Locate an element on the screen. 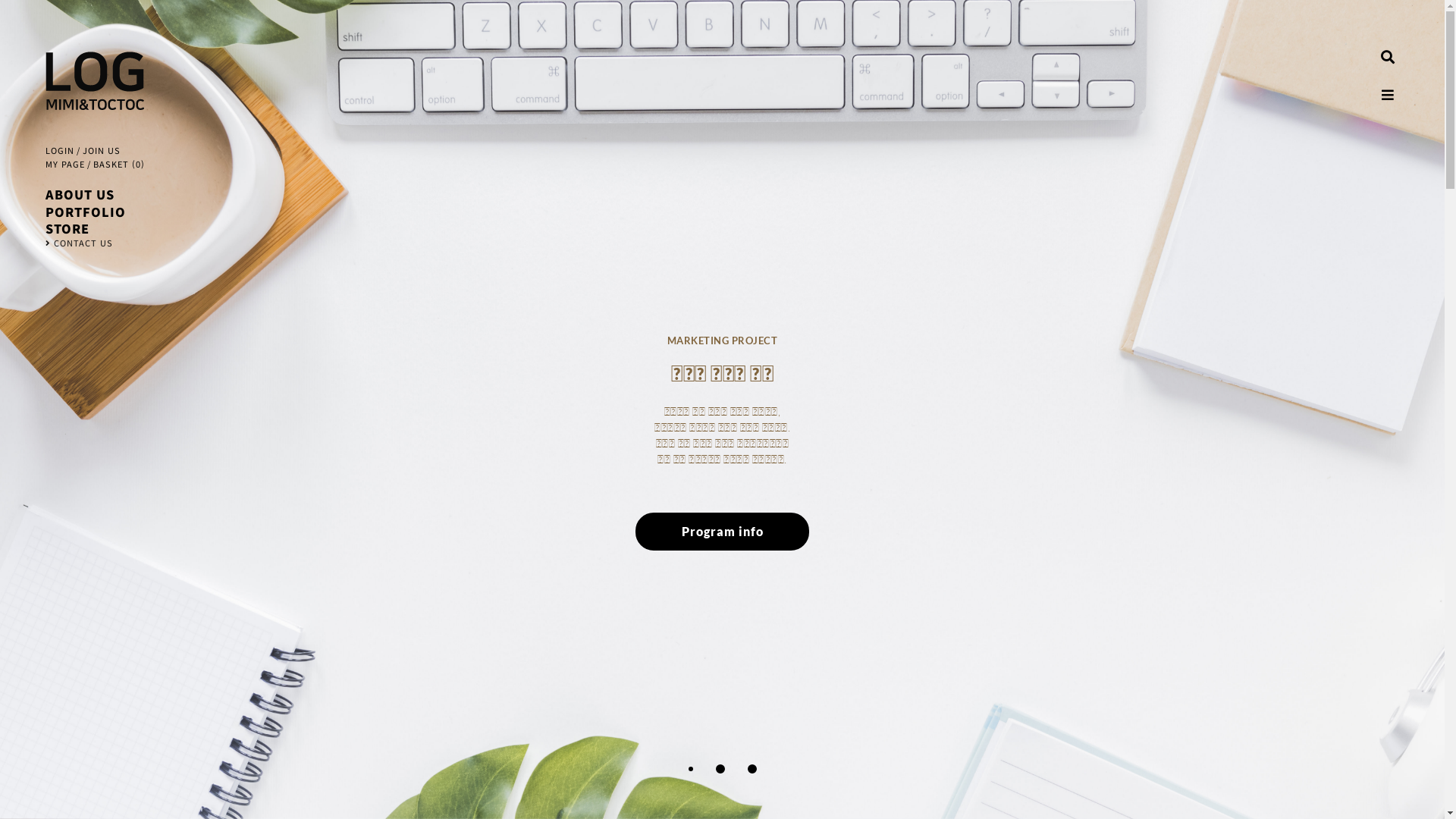 The width and height of the screenshot is (1456, 819). 'Program info' is located at coordinates (722, 531).